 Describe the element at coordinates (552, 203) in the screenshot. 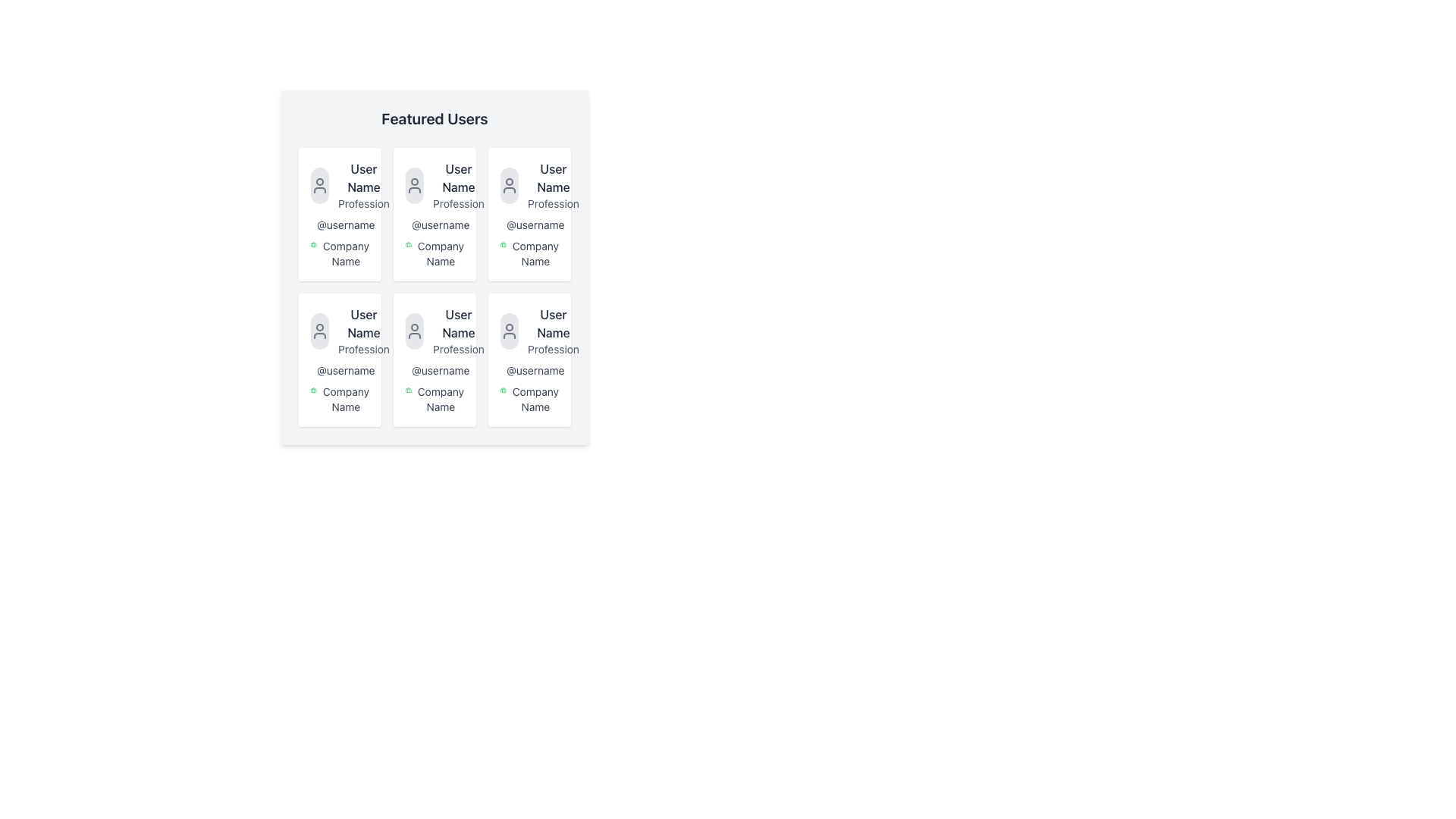

I see `the 'Profession' text label, which is styled in a small, gray font and positioned below the 'User Name' text within the first row of user cards in a 3x2 grid` at that location.